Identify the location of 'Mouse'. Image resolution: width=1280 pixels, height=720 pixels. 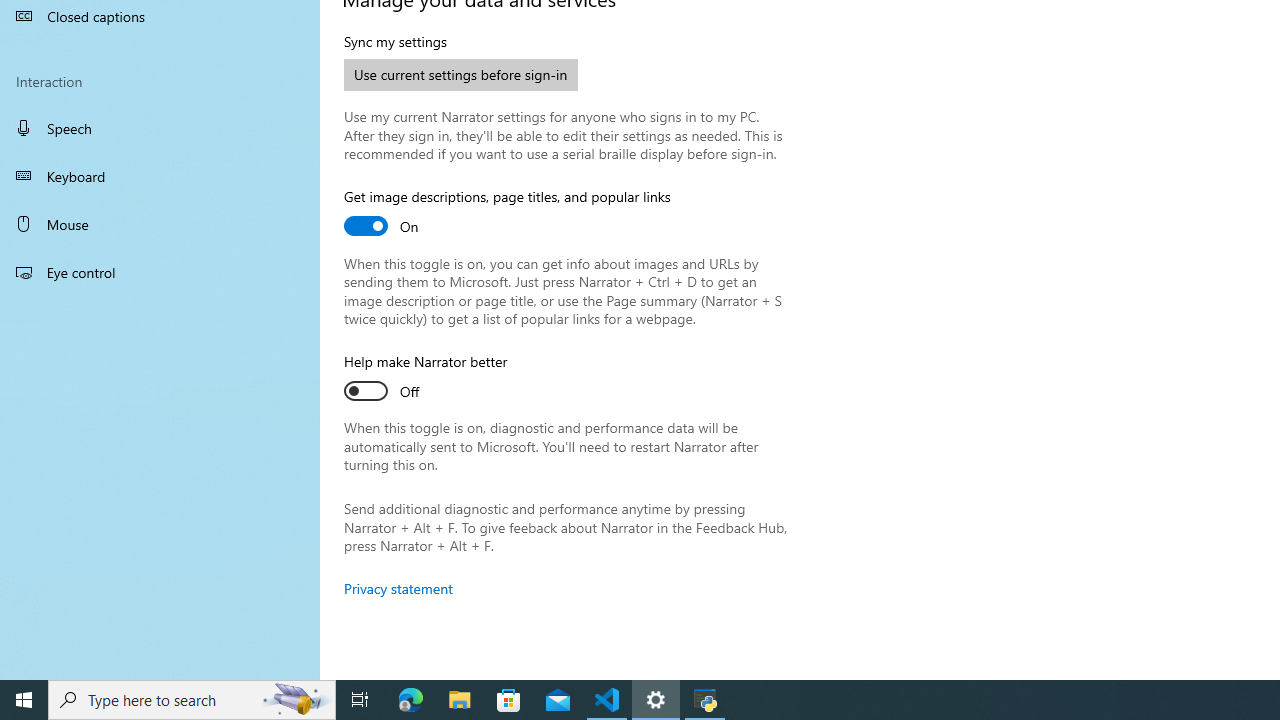
(160, 223).